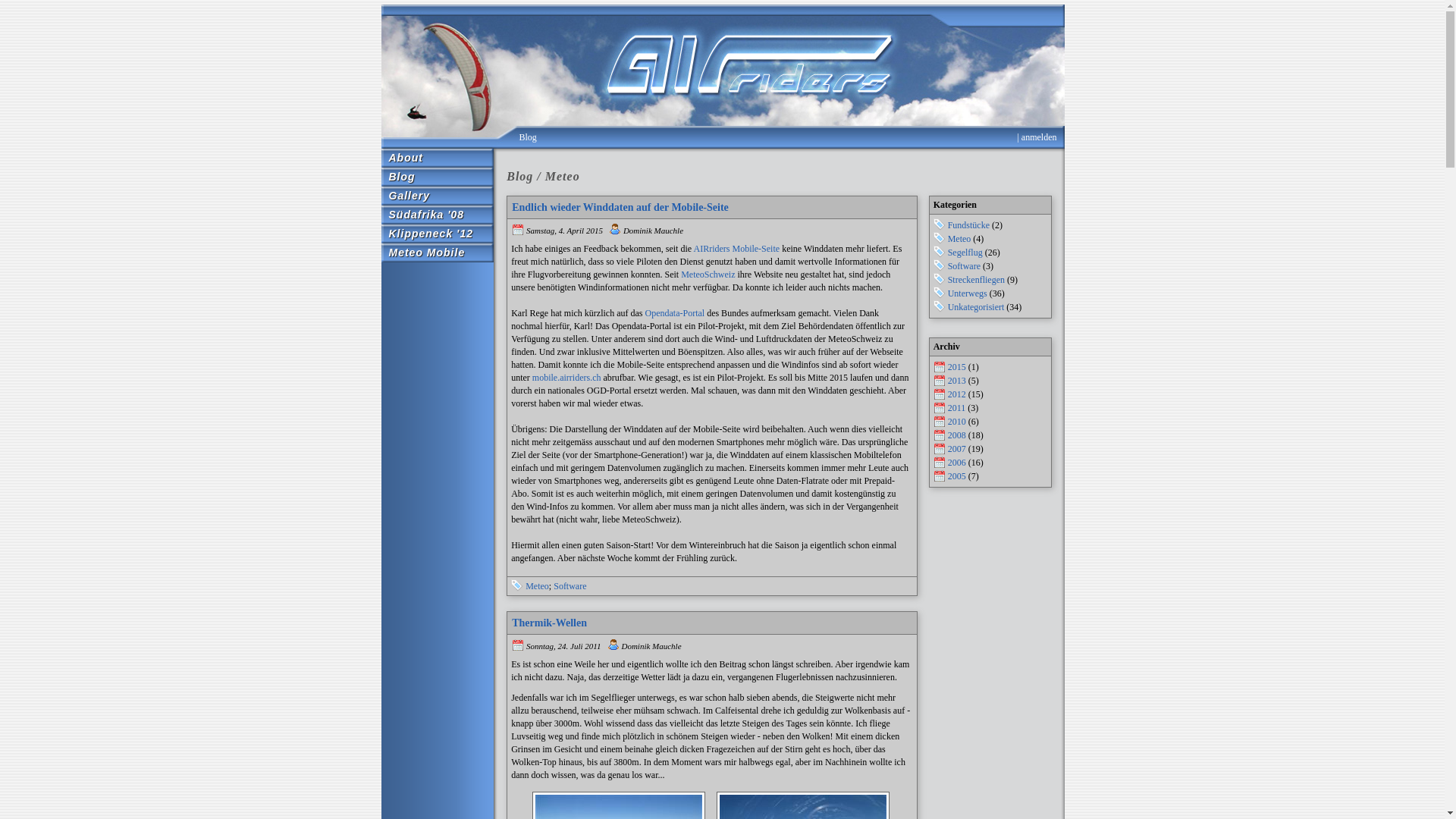  What do you see at coordinates (956, 435) in the screenshot?
I see `'2008'` at bounding box center [956, 435].